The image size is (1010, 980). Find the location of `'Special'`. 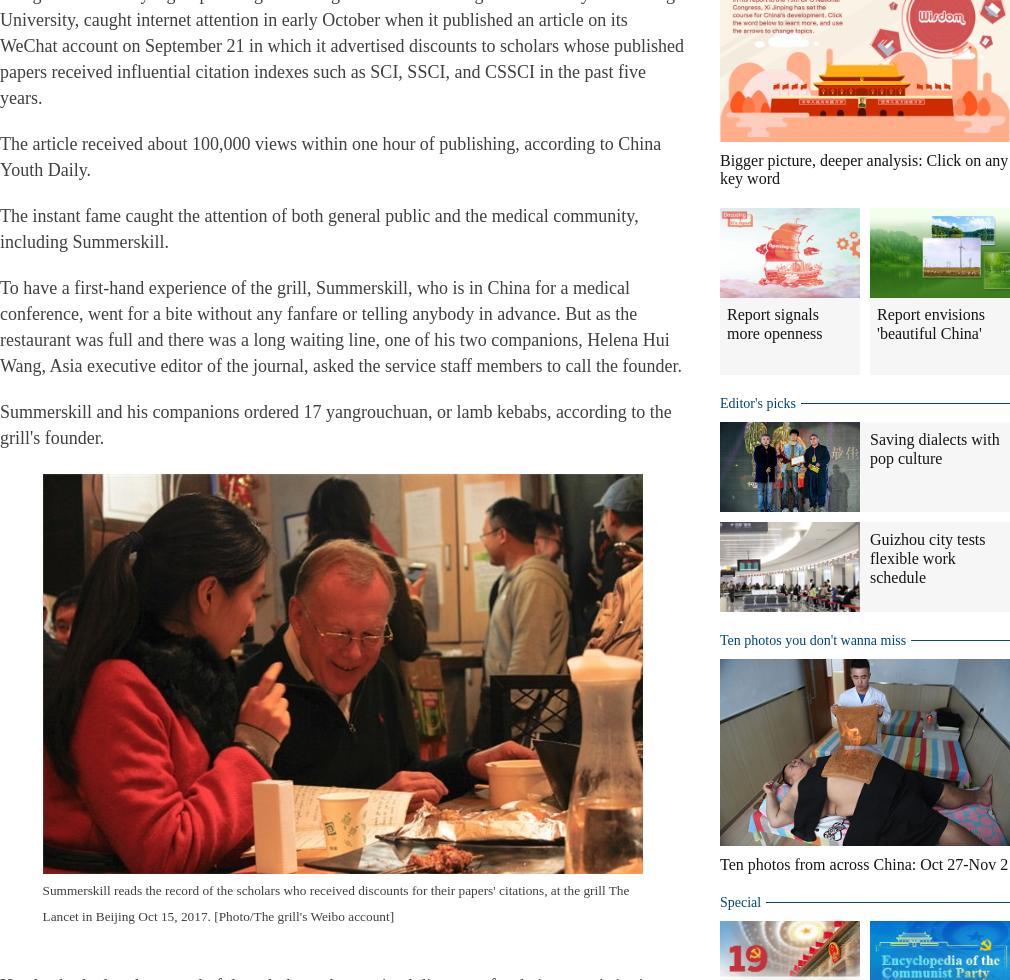

'Special' is located at coordinates (739, 902).